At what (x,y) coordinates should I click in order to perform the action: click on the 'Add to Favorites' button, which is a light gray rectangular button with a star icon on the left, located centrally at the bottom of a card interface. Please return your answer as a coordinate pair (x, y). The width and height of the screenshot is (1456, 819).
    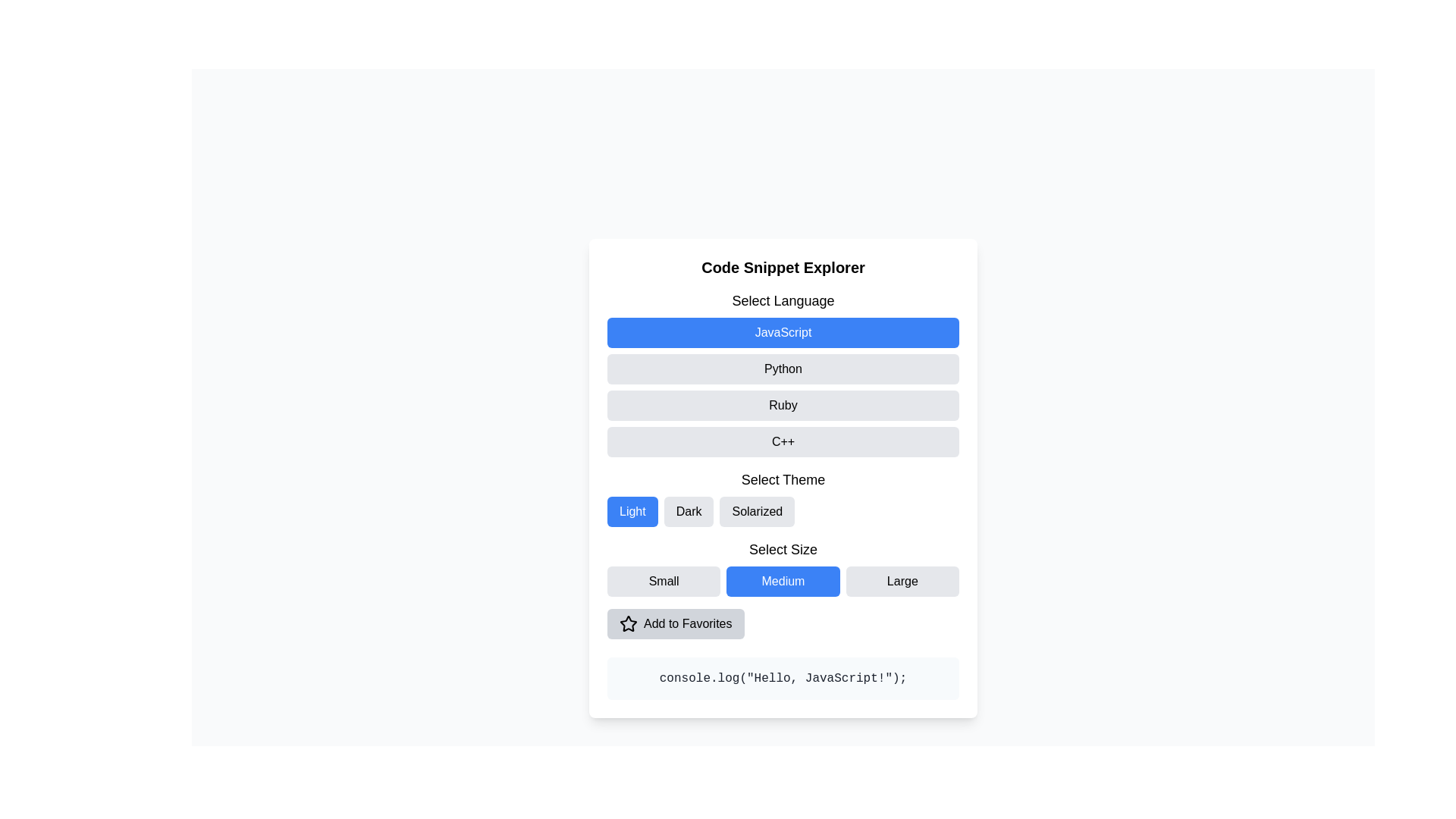
    Looking at the image, I should click on (675, 623).